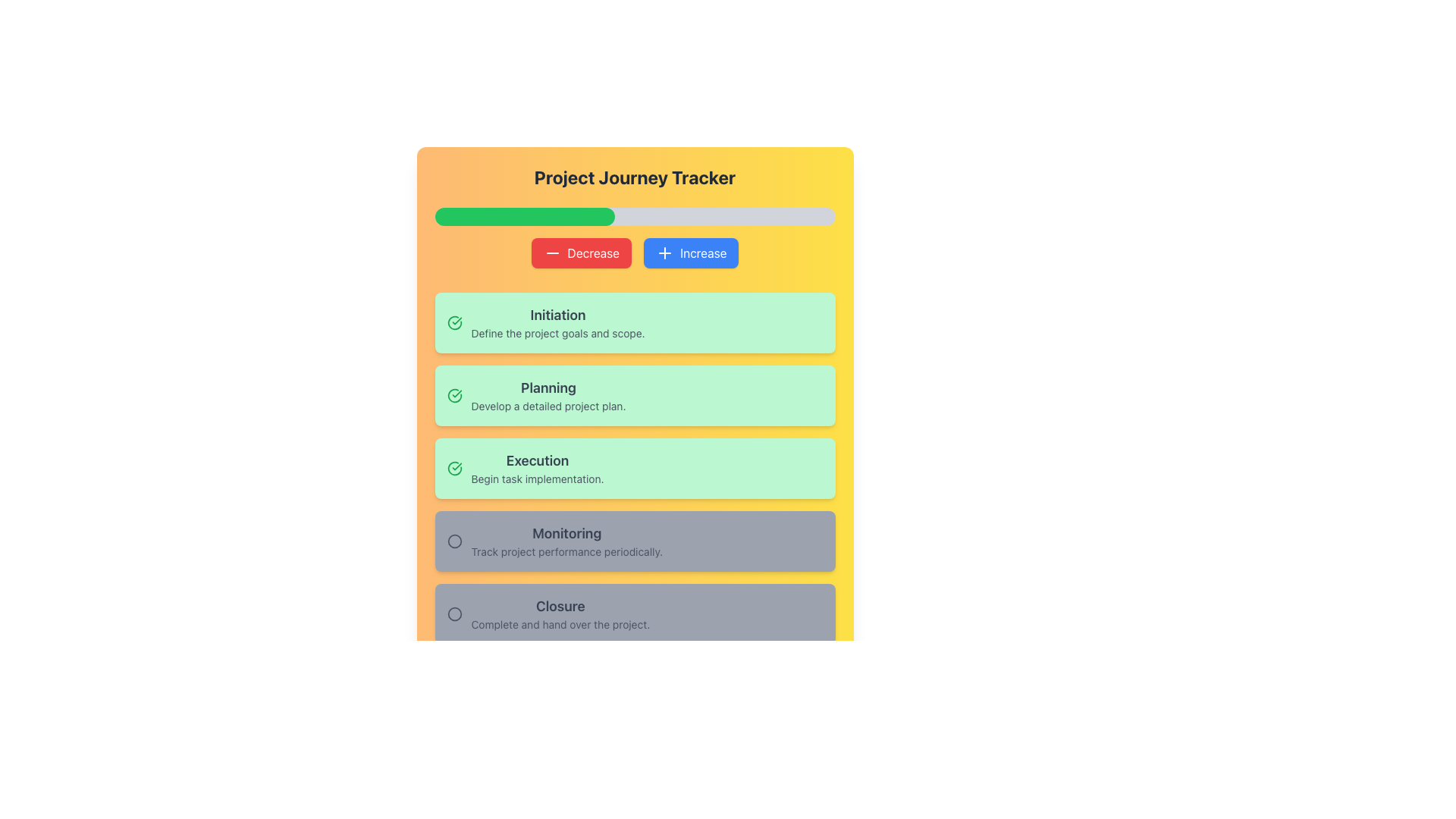  I want to click on bolded text label 'Closure' which is prominently displayed in larger font and darker gray color within the 'Closure' section of the 'Project Journey Tracker' list, so click(560, 605).